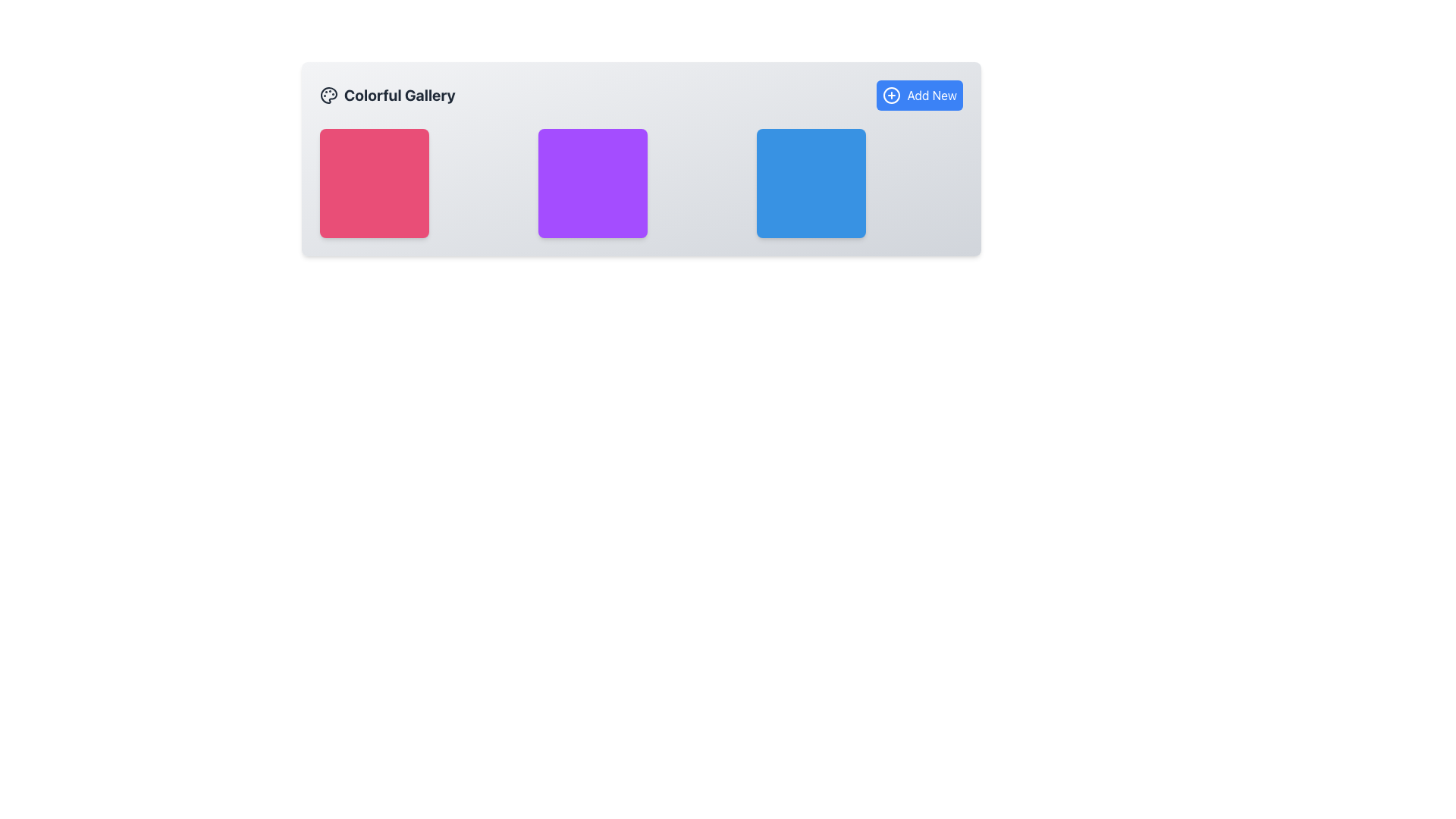 The image size is (1456, 819). Describe the element at coordinates (892, 96) in the screenshot. I see `the circular blue icon with a '+' sign inside, located on the far right of the header bar next to the 'Add New' label` at that location.